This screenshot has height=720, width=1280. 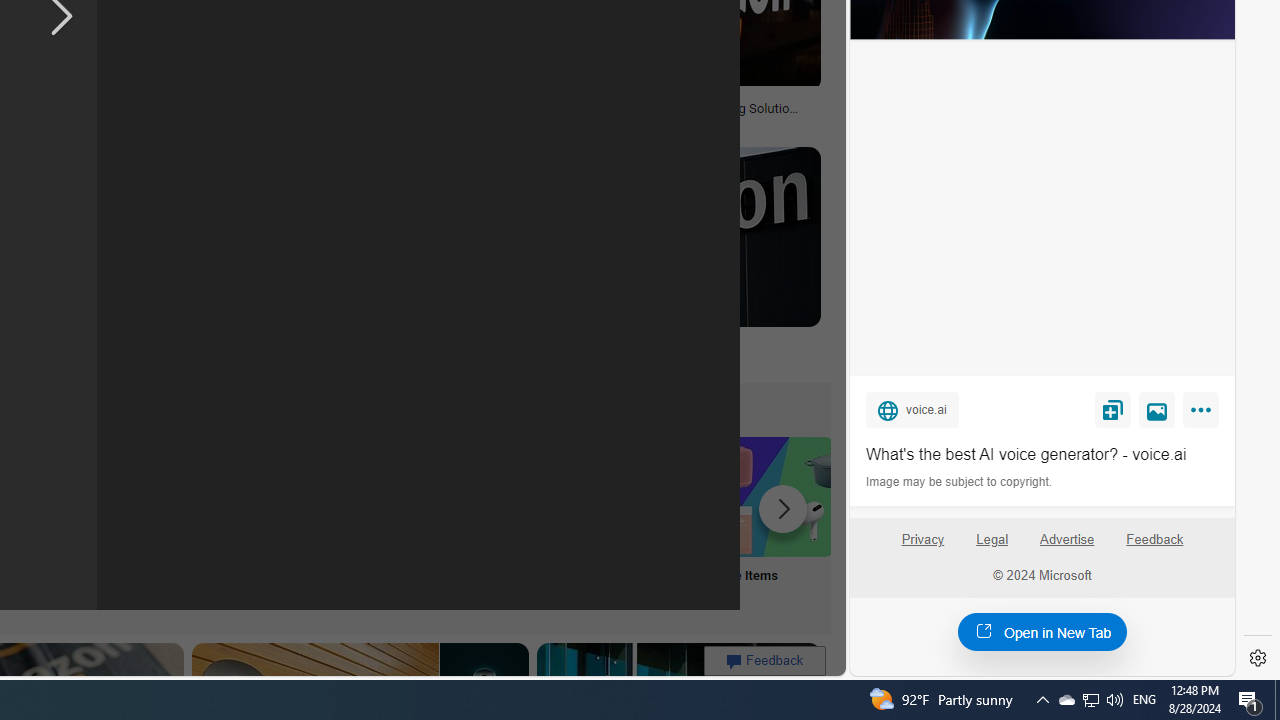 I want to click on 'Legal', so click(x=992, y=538).